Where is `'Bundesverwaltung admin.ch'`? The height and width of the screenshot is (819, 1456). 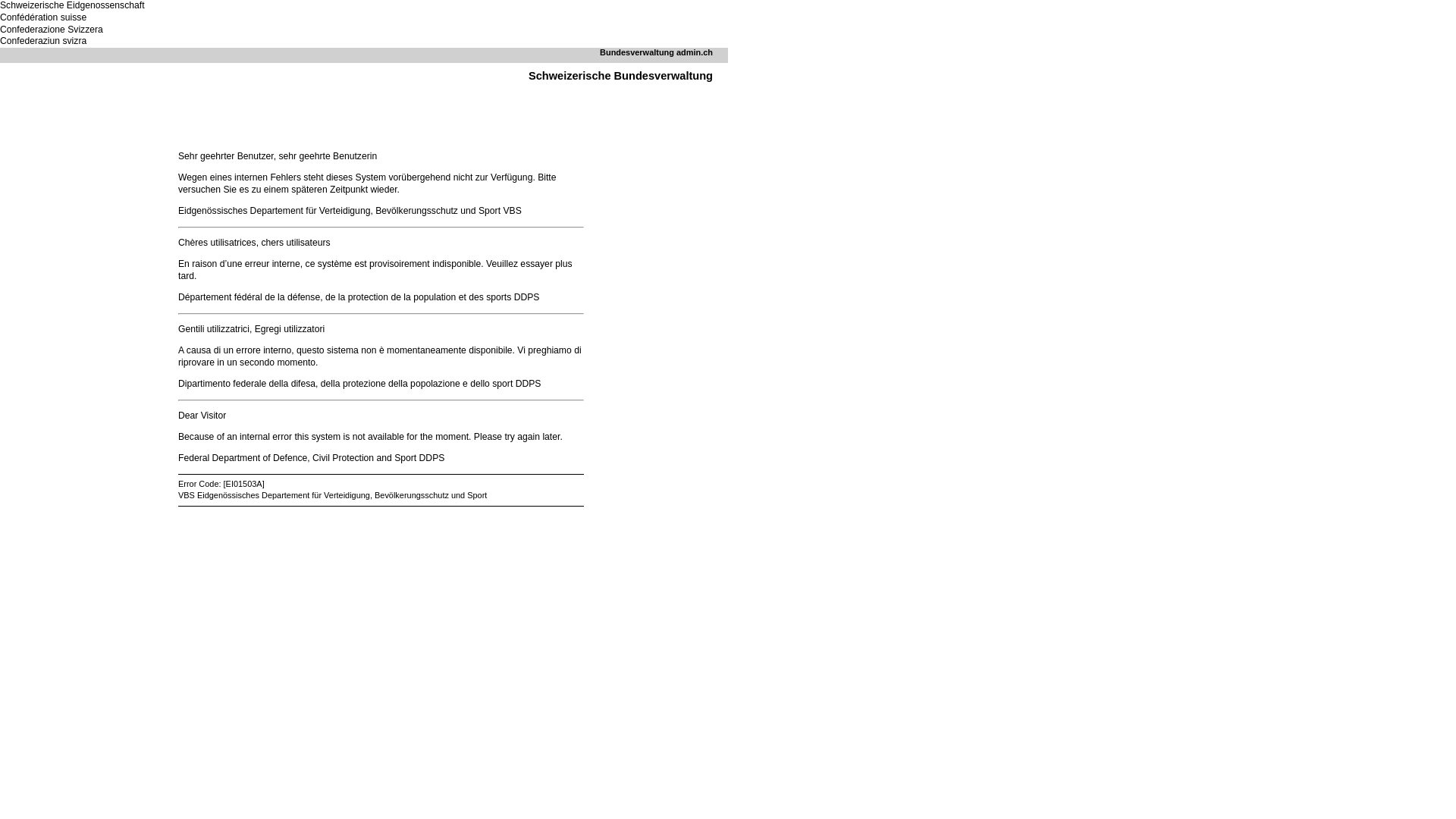
'Bundesverwaltung admin.ch' is located at coordinates (656, 52).